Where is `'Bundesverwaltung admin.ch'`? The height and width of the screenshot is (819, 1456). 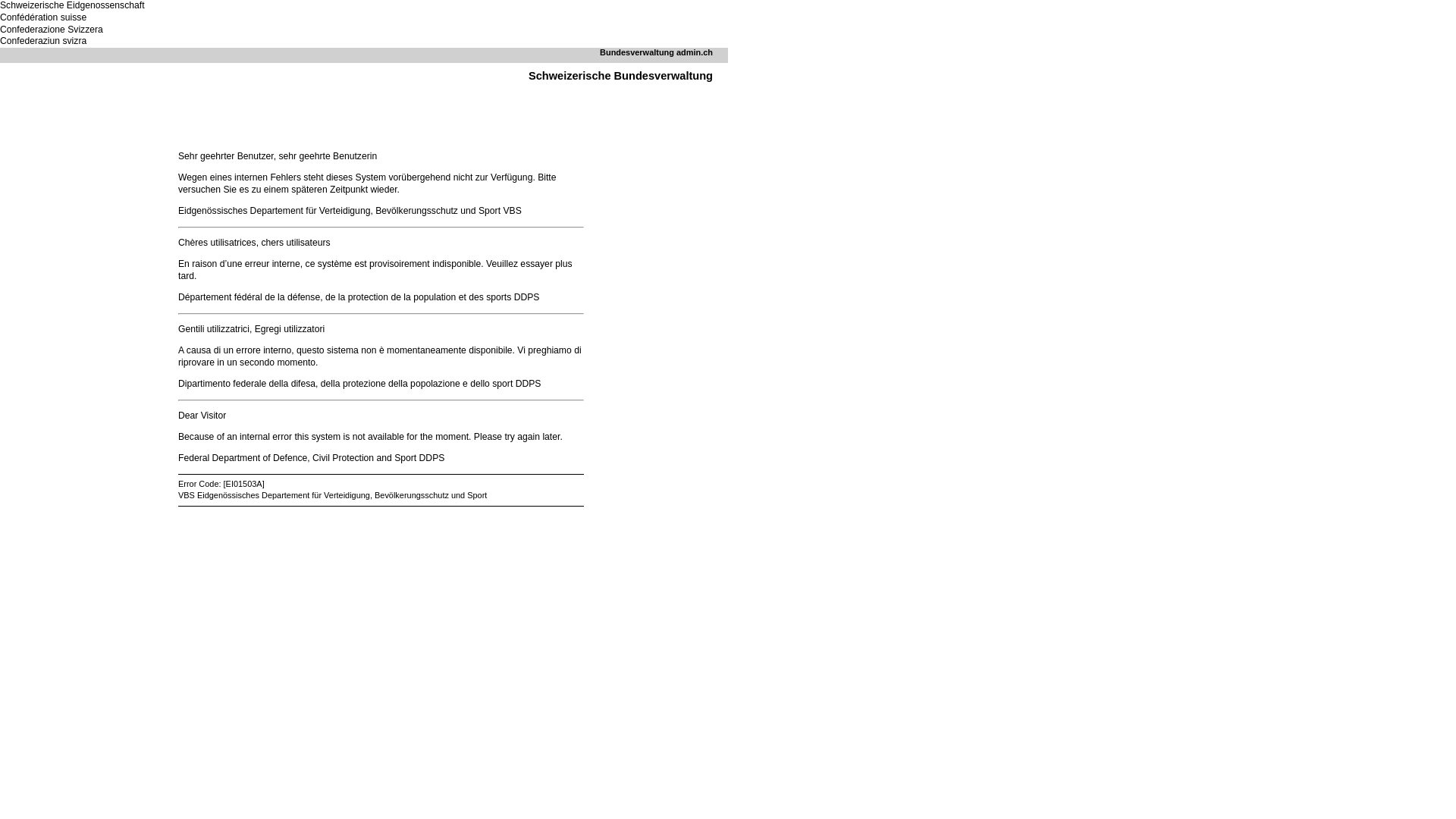
'Bundesverwaltung admin.ch' is located at coordinates (656, 52).